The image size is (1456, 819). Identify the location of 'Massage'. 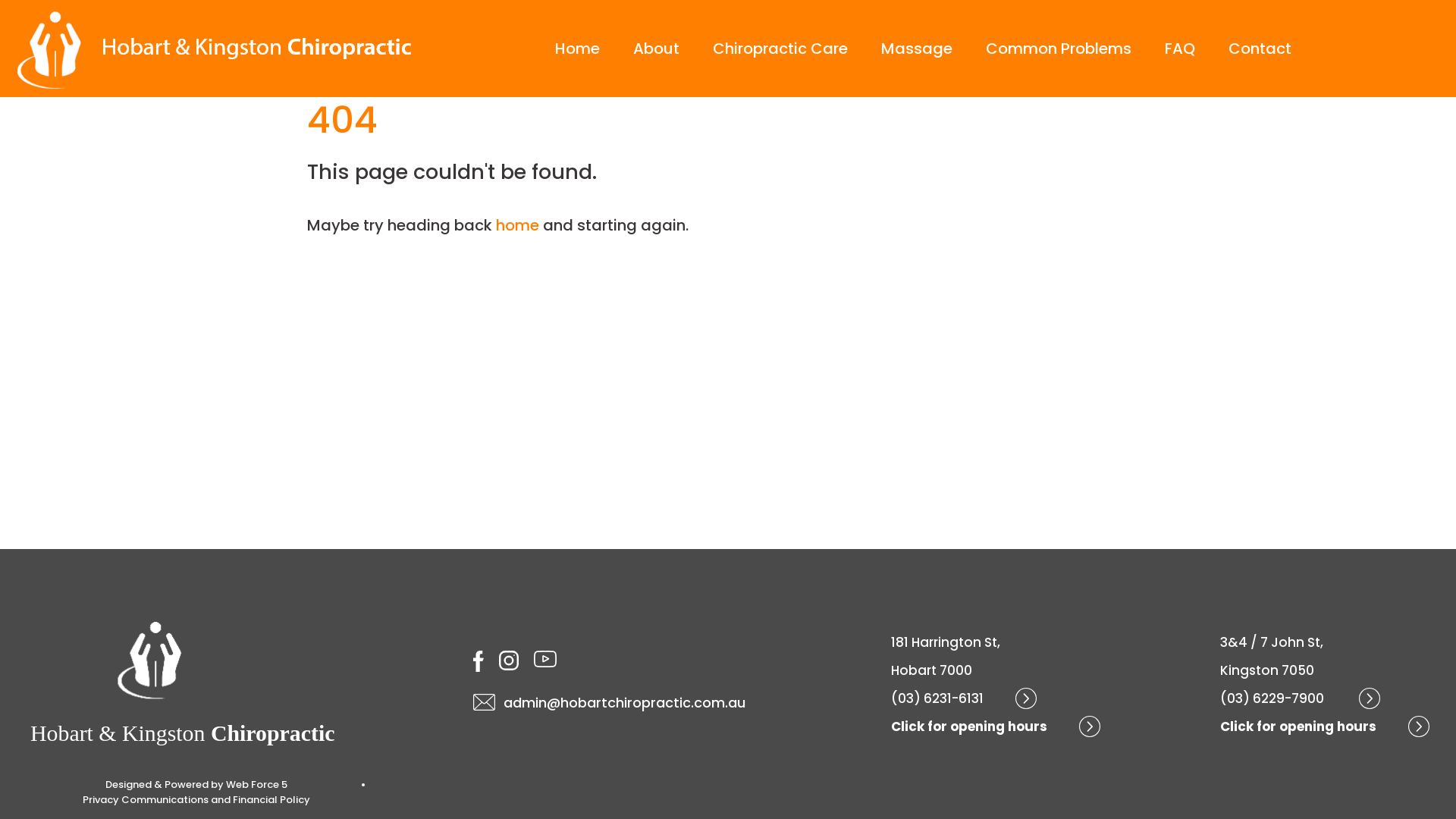
(916, 48).